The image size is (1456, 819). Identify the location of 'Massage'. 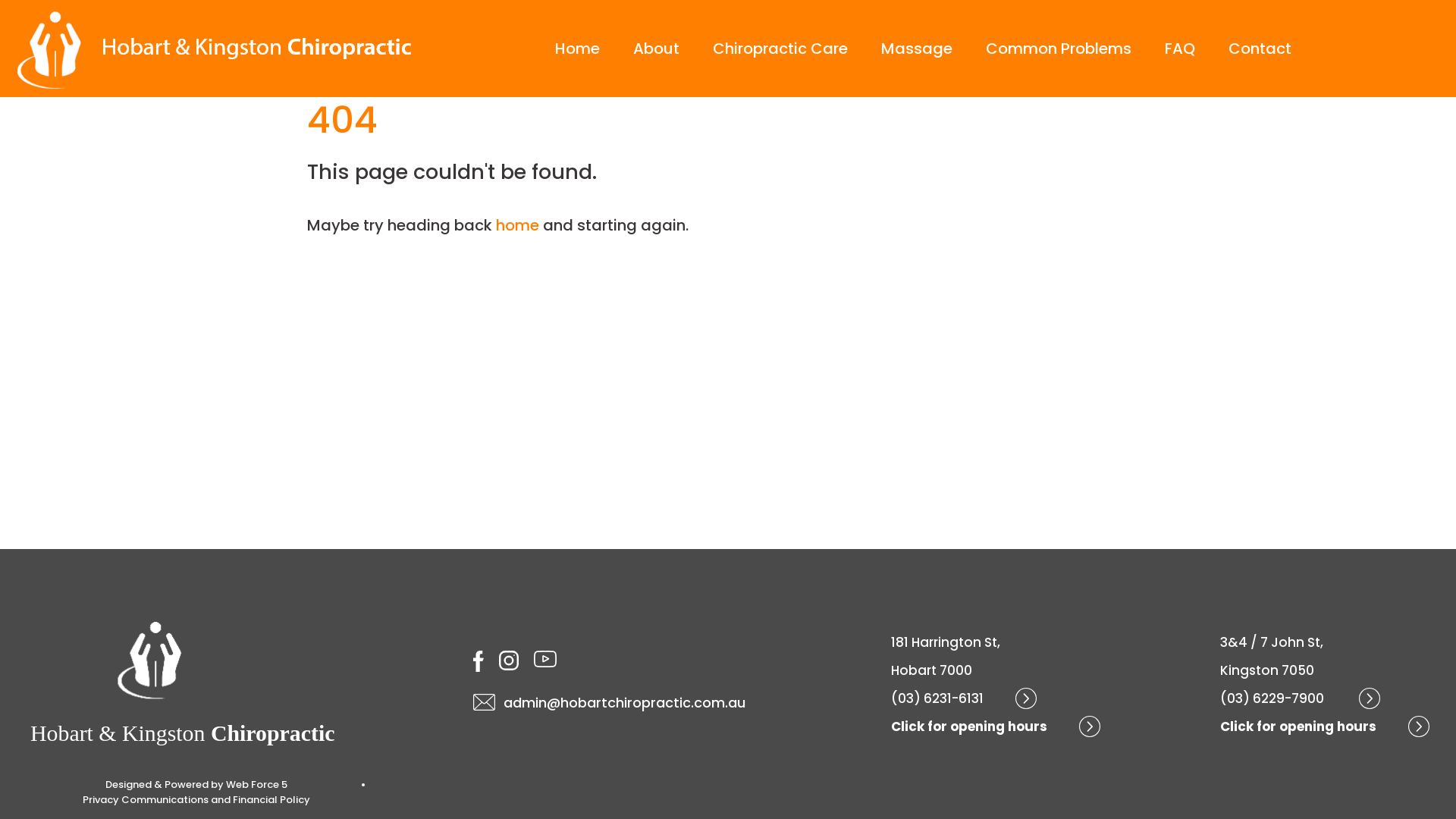
(916, 48).